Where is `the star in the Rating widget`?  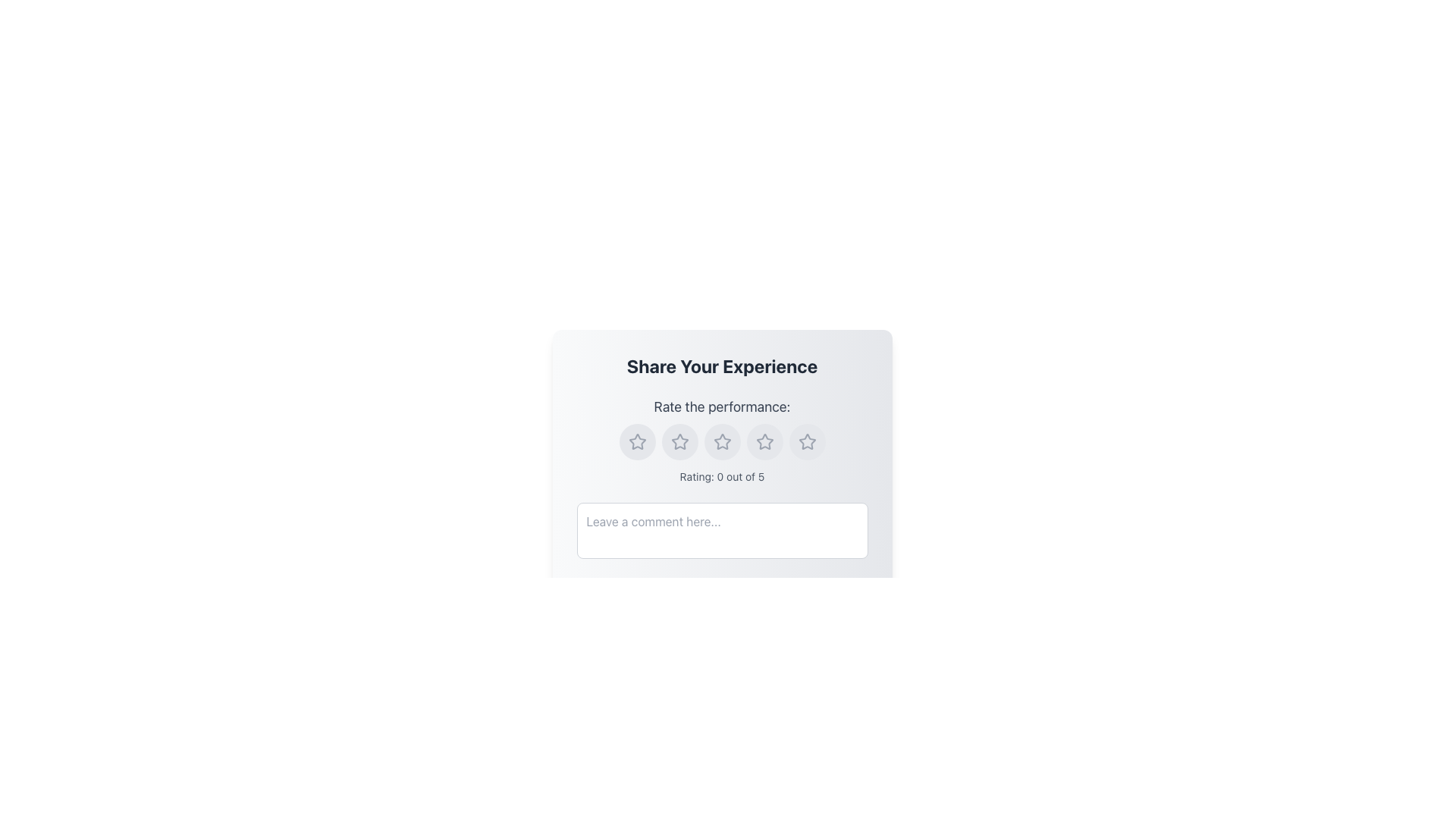 the star in the Rating widget is located at coordinates (721, 441).